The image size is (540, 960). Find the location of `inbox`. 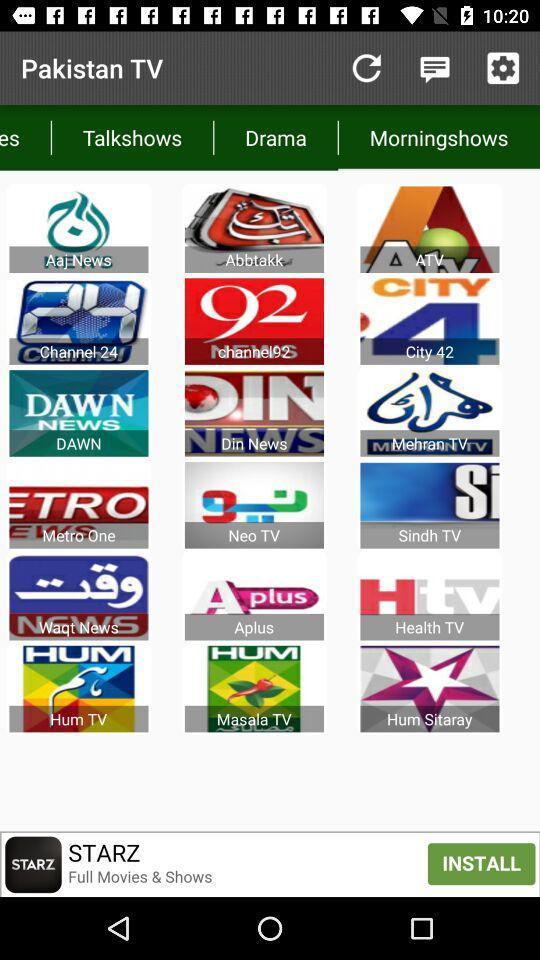

inbox is located at coordinates (434, 68).